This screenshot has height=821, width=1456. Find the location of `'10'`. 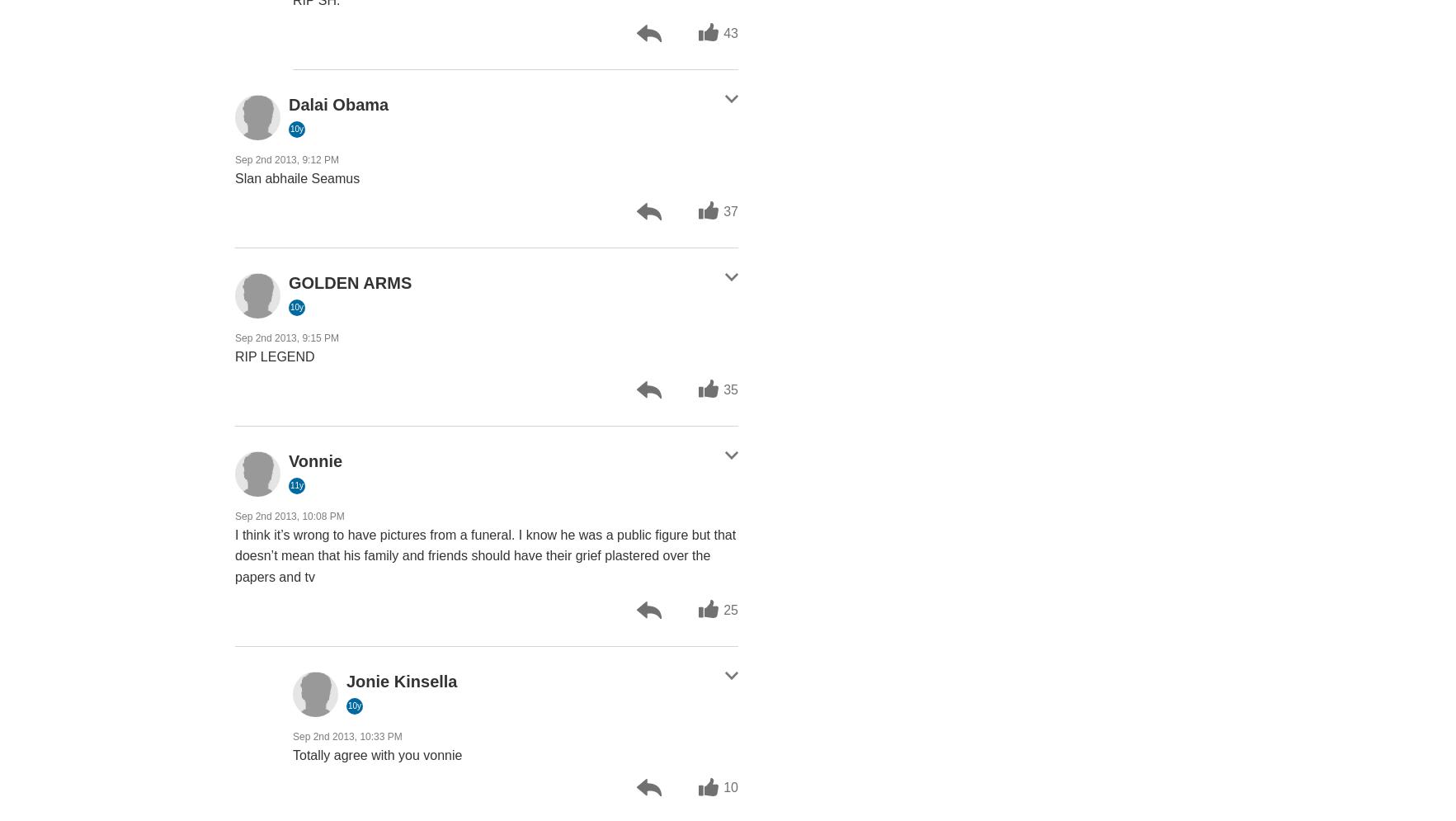

'10' is located at coordinates (731, 787).